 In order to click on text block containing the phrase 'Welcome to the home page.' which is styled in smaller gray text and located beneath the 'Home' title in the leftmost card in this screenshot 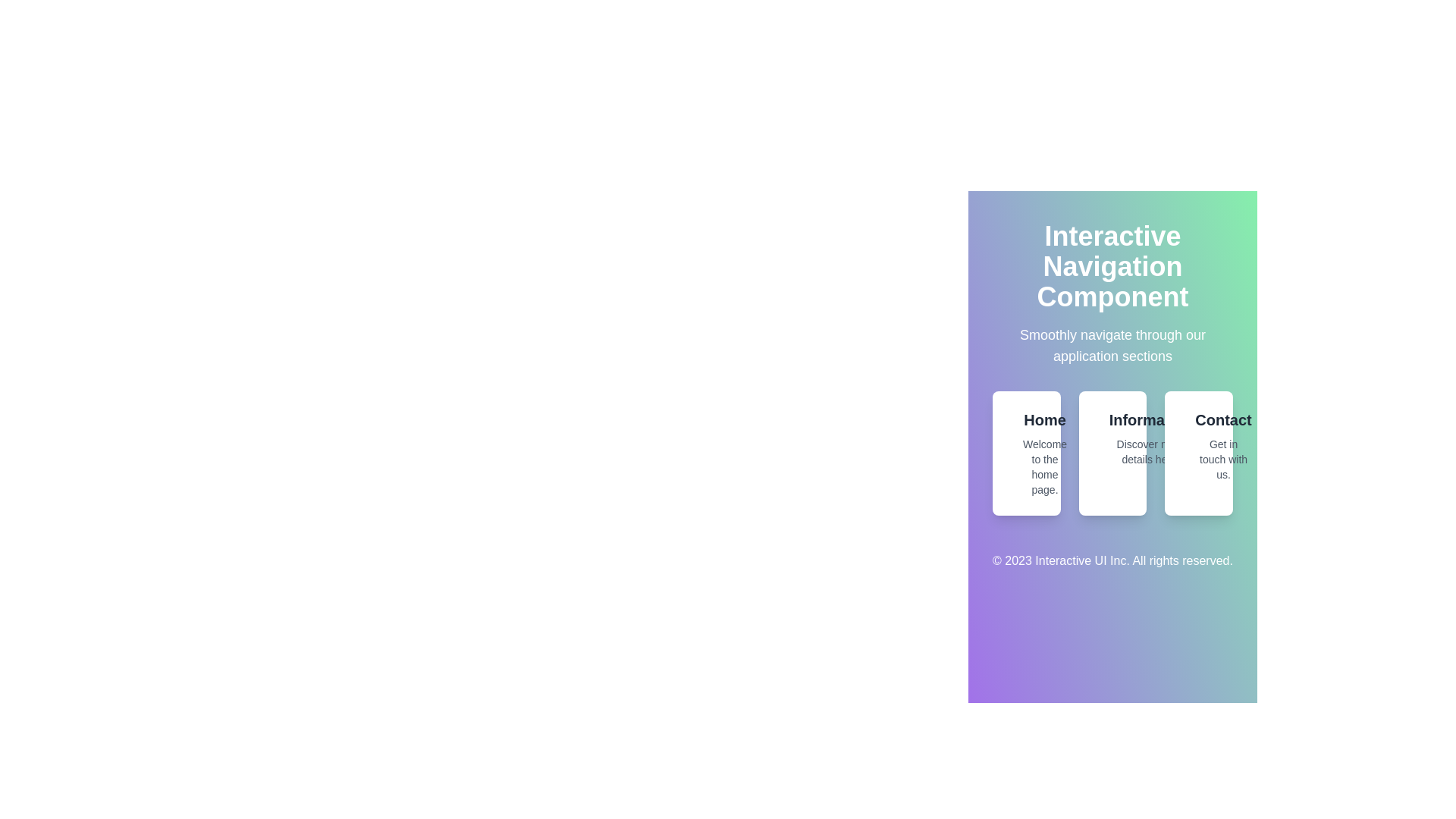, I will do `click(1043, 466)`.